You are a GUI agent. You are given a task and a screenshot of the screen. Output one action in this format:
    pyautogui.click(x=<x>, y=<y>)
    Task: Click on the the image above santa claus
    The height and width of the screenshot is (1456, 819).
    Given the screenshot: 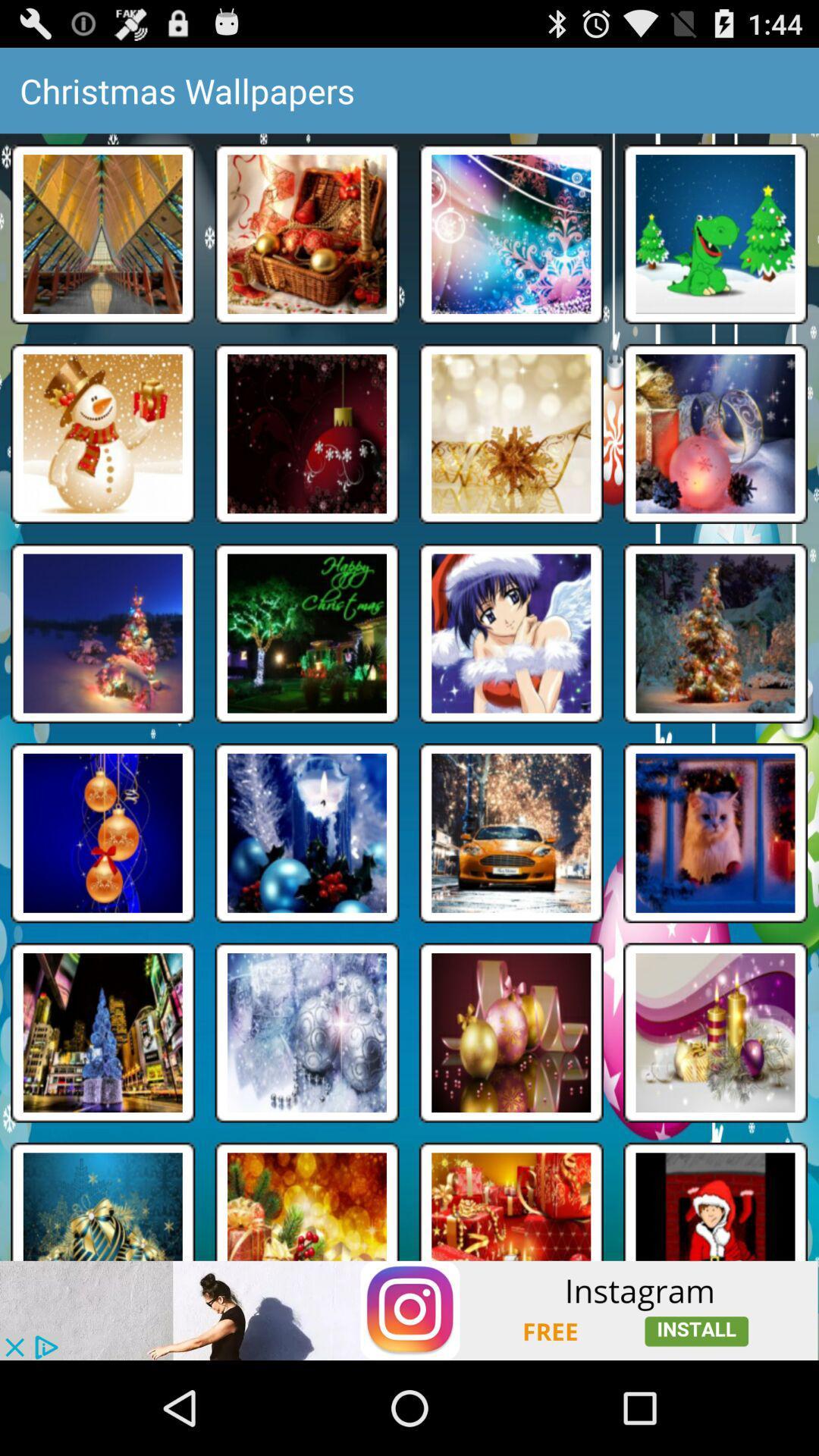 What is the action you would take?
    pyautogui.click(x=716, y=1032)
    